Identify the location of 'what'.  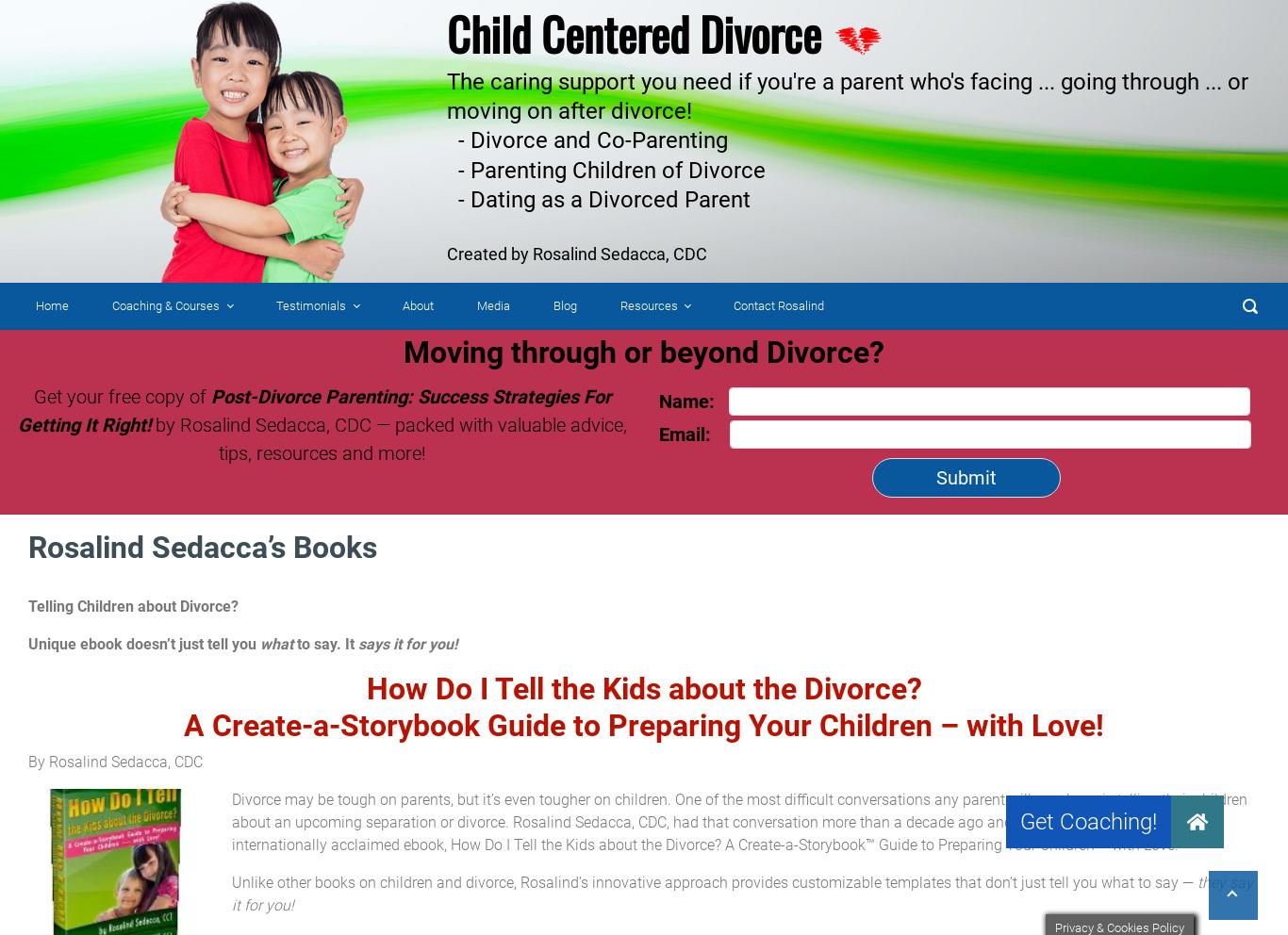
(276, 643).